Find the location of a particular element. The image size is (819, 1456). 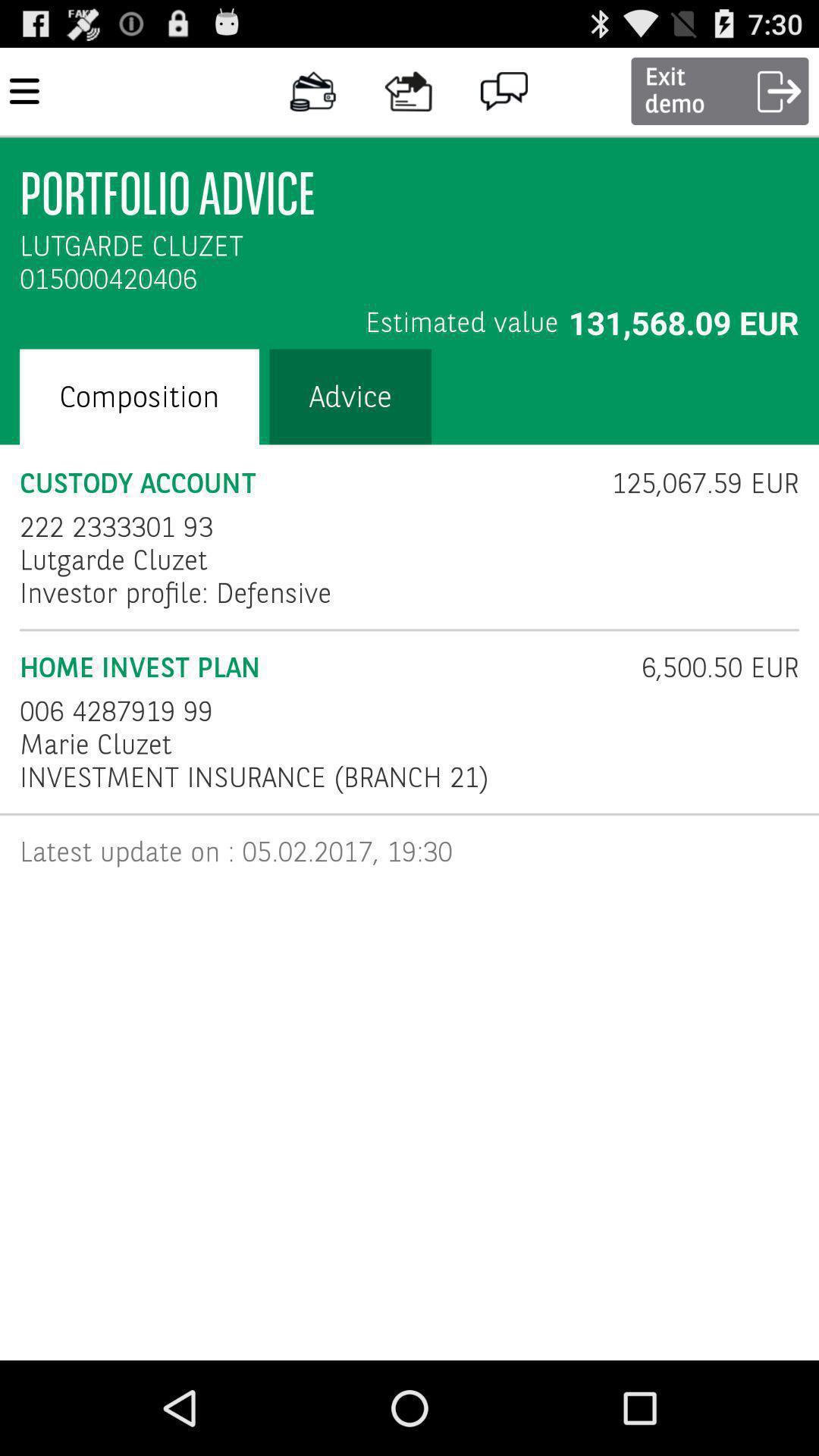

222 2333301 93 checkbox is located at coordinates (115, 527).